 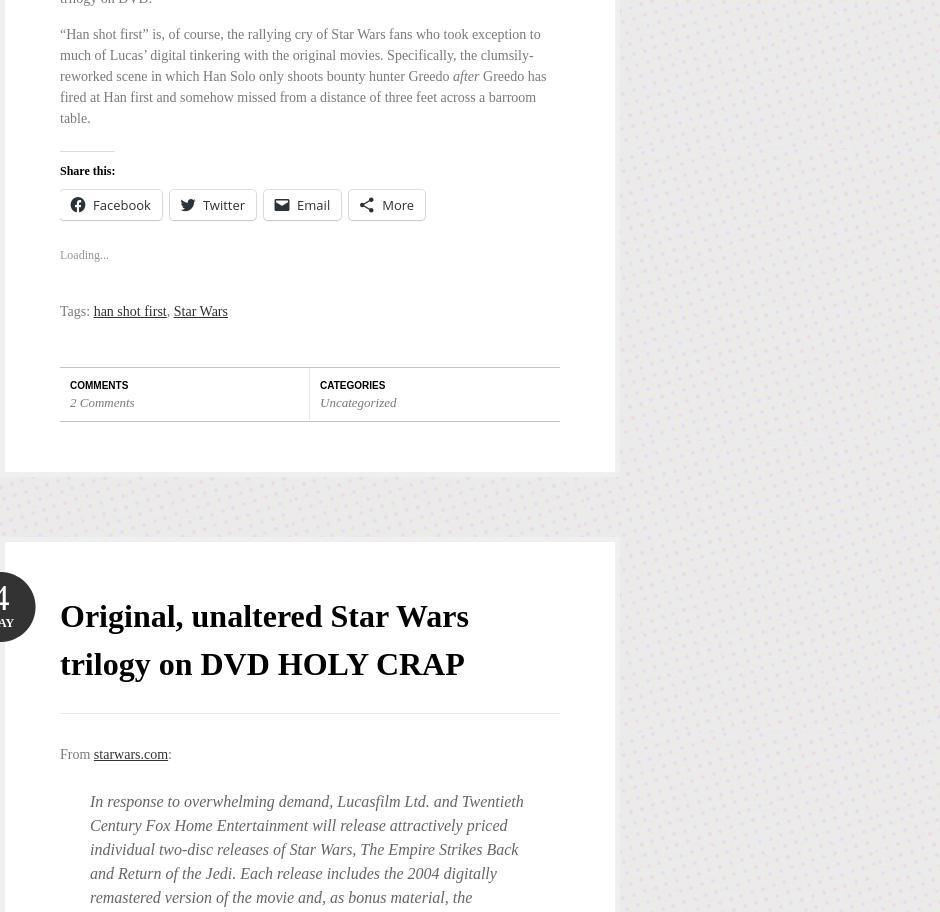 What do you see at coordinates (75, 311) in the screenshot?
I see `'Tags:'` at bounding box center [75, 311].